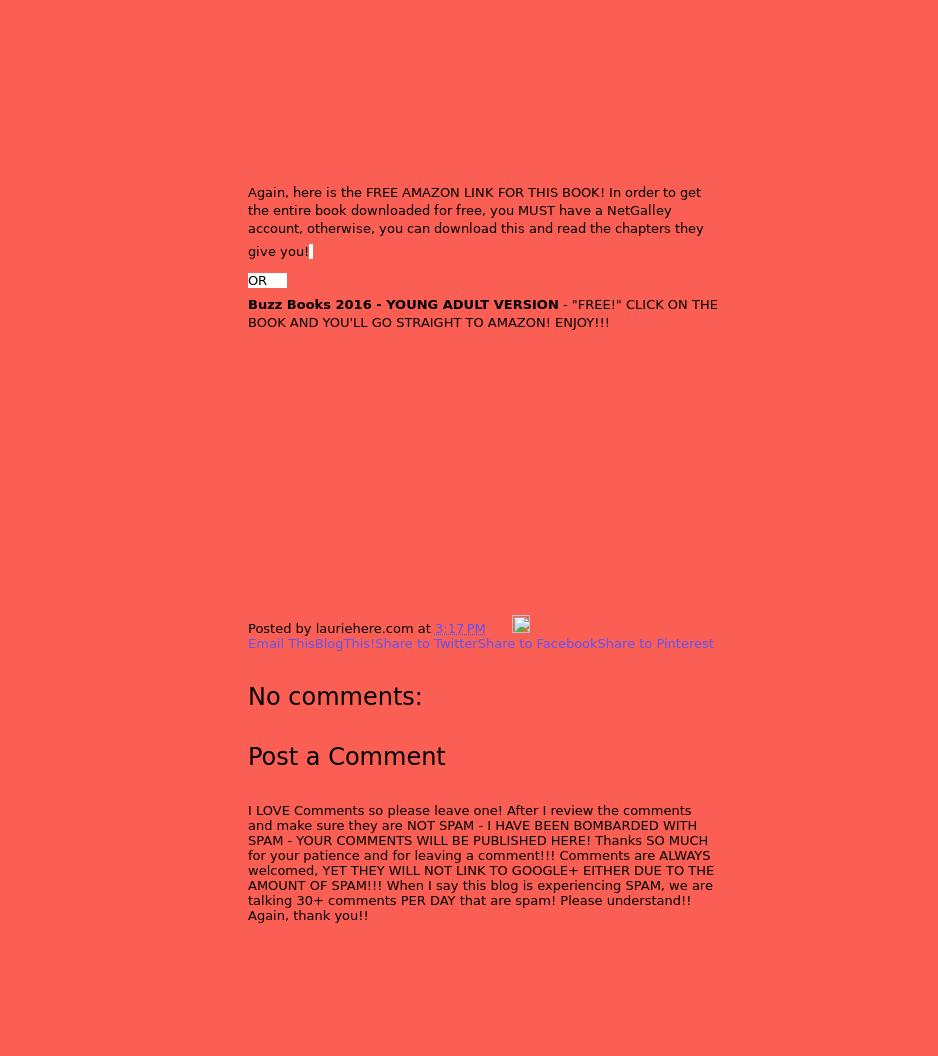 The image size is (938, 1056). I want to click on '- "FREE!" CLICK ON THE BOOK AND YOU'LL GO STRAIGHT TO AMAZON! ENJOY!!!', so click(482, 312).